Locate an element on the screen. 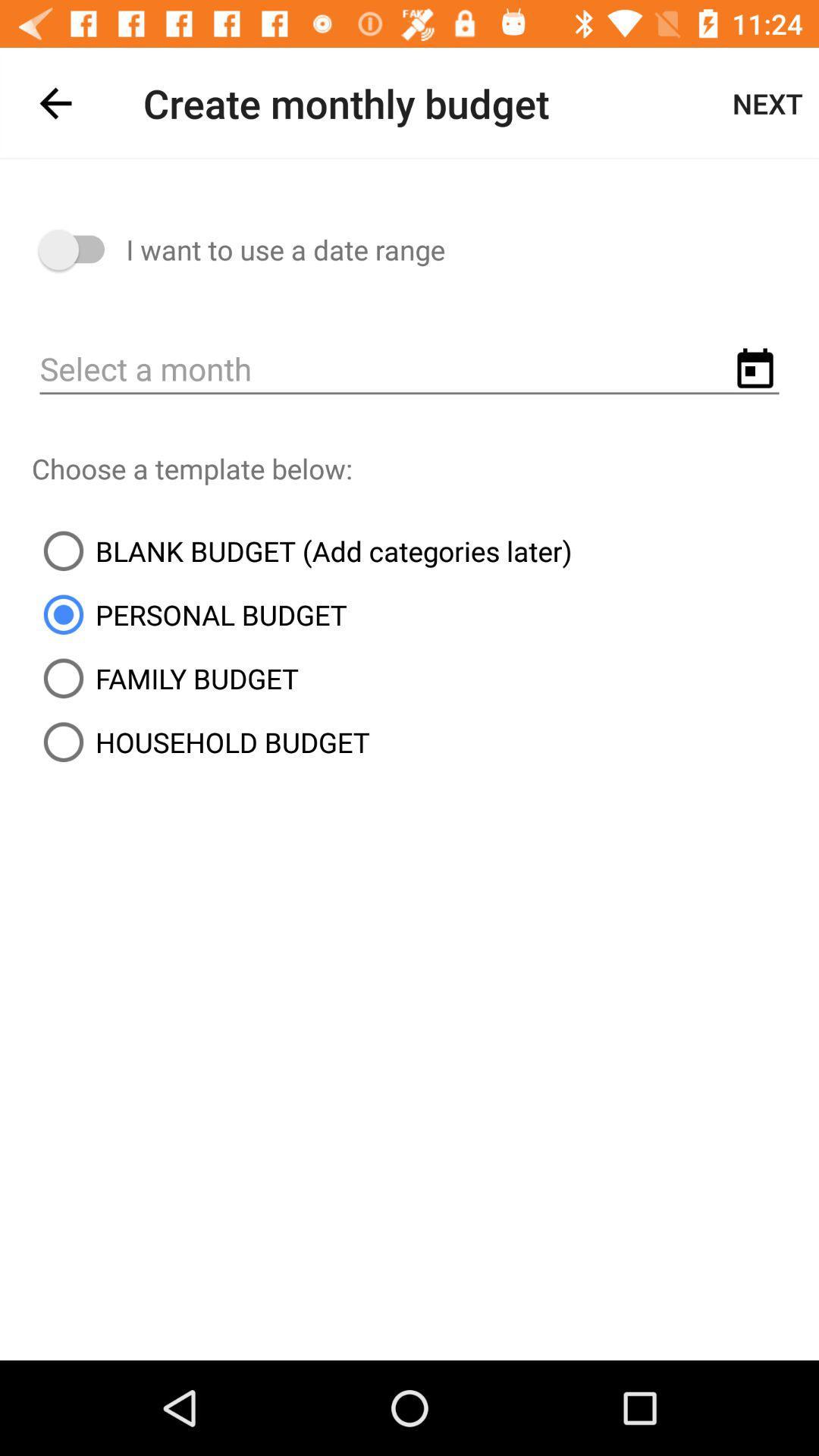 Image resolution: width=819 pixels, height=1456 pixels. item above the personal budget icon is located at coordinates (302, 550).